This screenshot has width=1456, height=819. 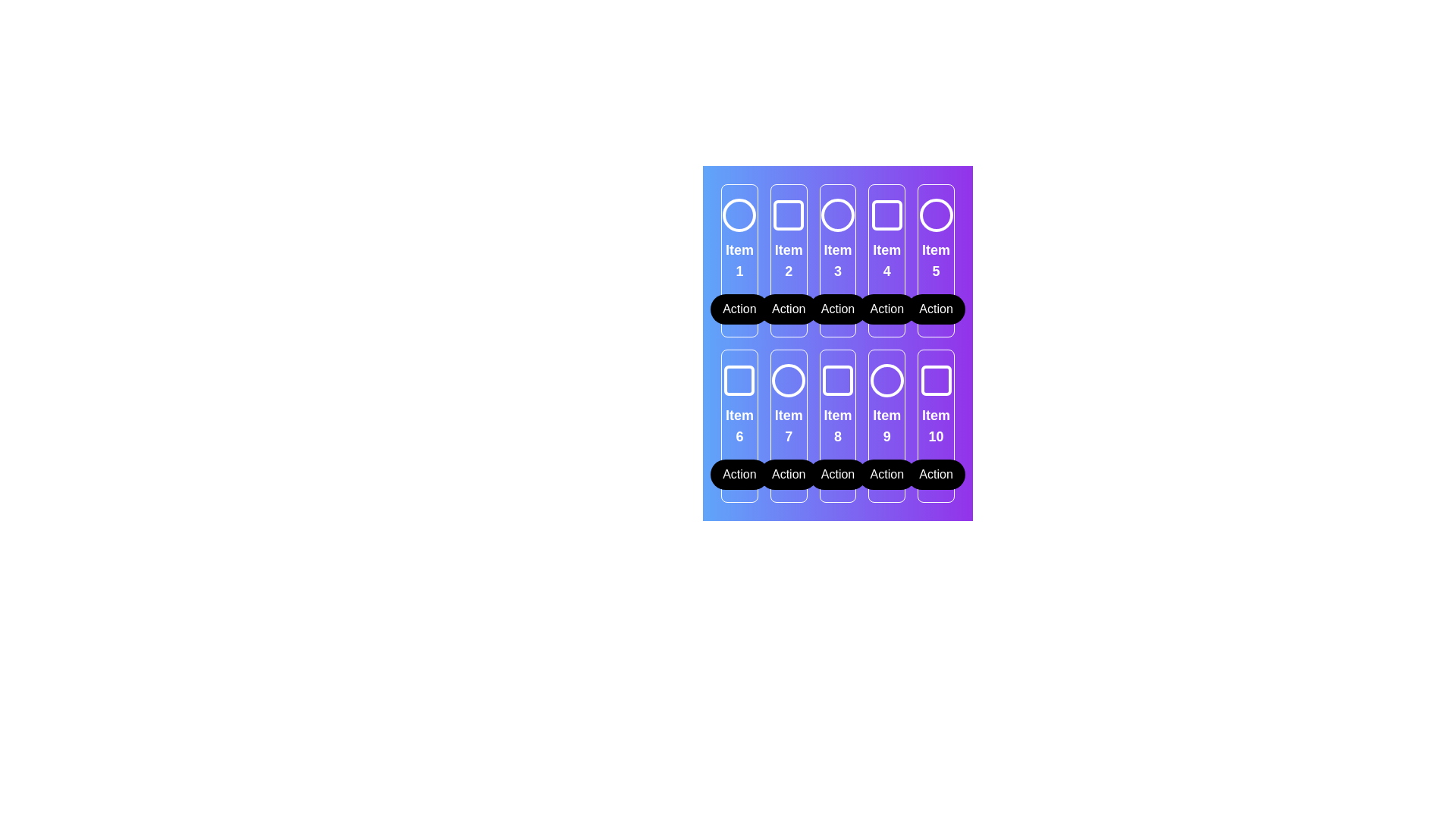 I want to click on the 'Item 5' text label, which is styled in a medium-large bold font and is centered within its segment on a vibrant purple background, located in the fifth column of a two-row grid, so click(x=935, y=259).